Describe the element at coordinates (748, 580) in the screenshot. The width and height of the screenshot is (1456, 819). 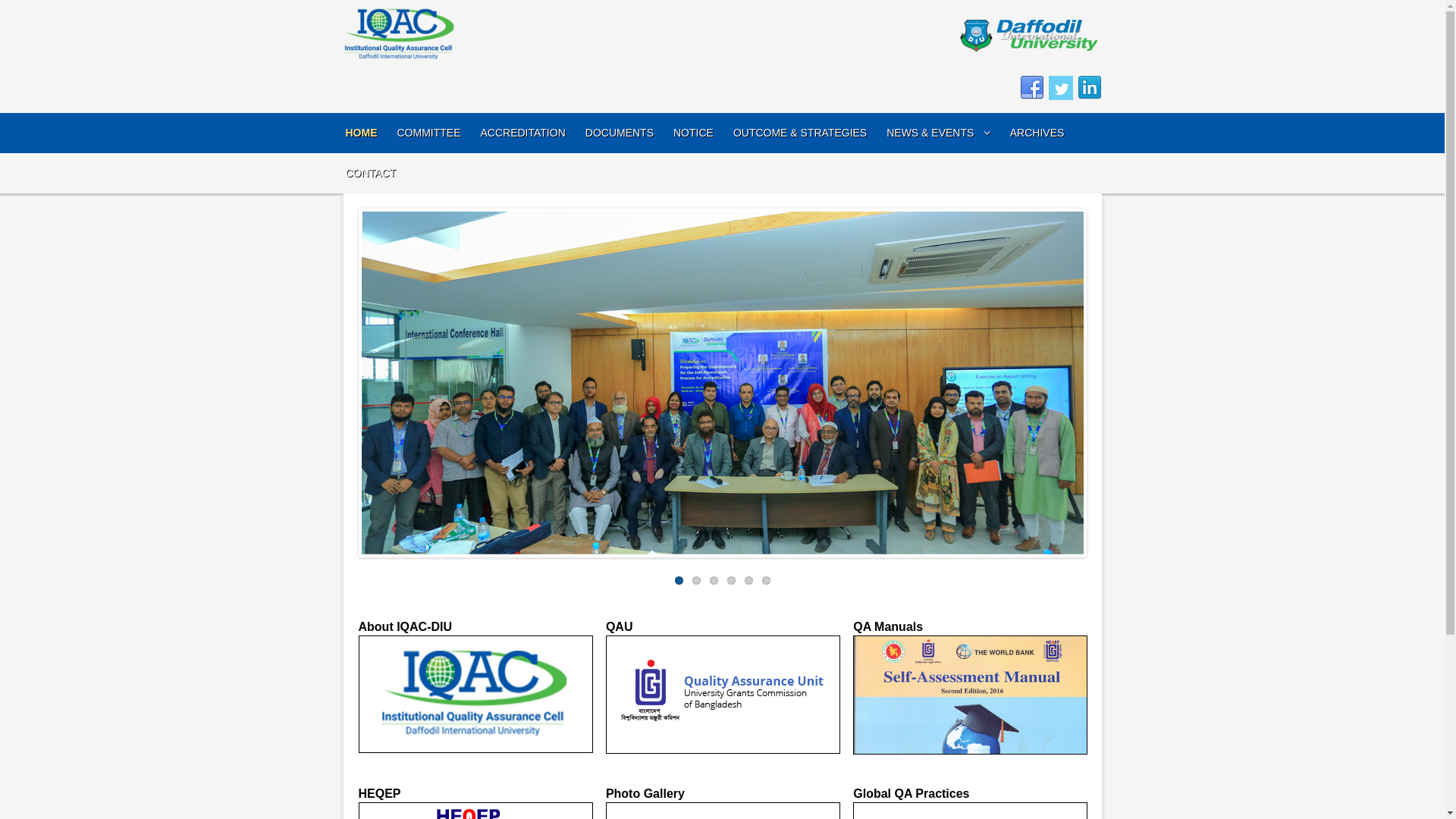
I see `'5'` at that location.